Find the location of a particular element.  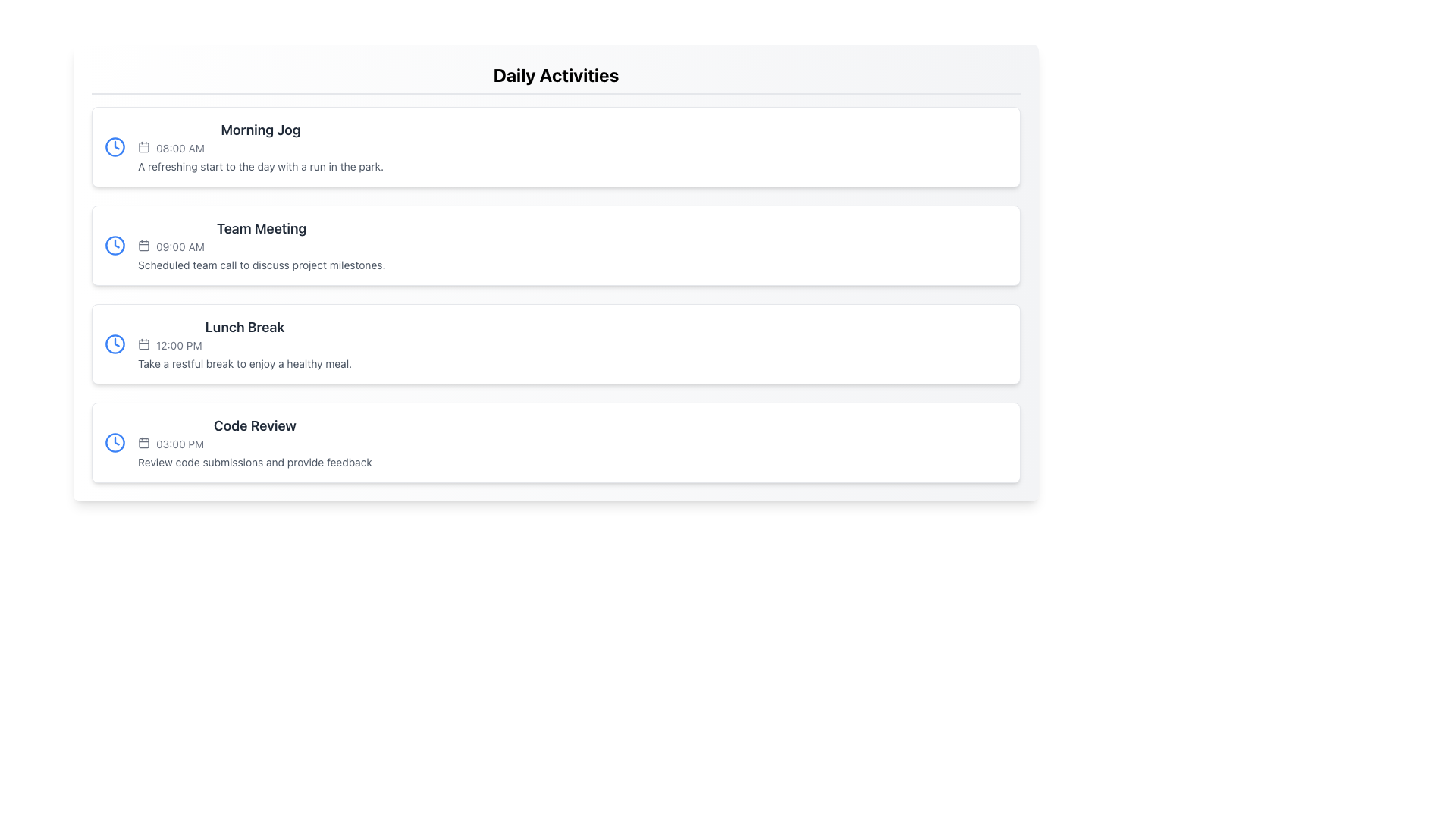

the text label that provides additional details about the 'Team Meeting' schedule item located directly below the '09:00 AM' label is located at coordinates (262, 265).